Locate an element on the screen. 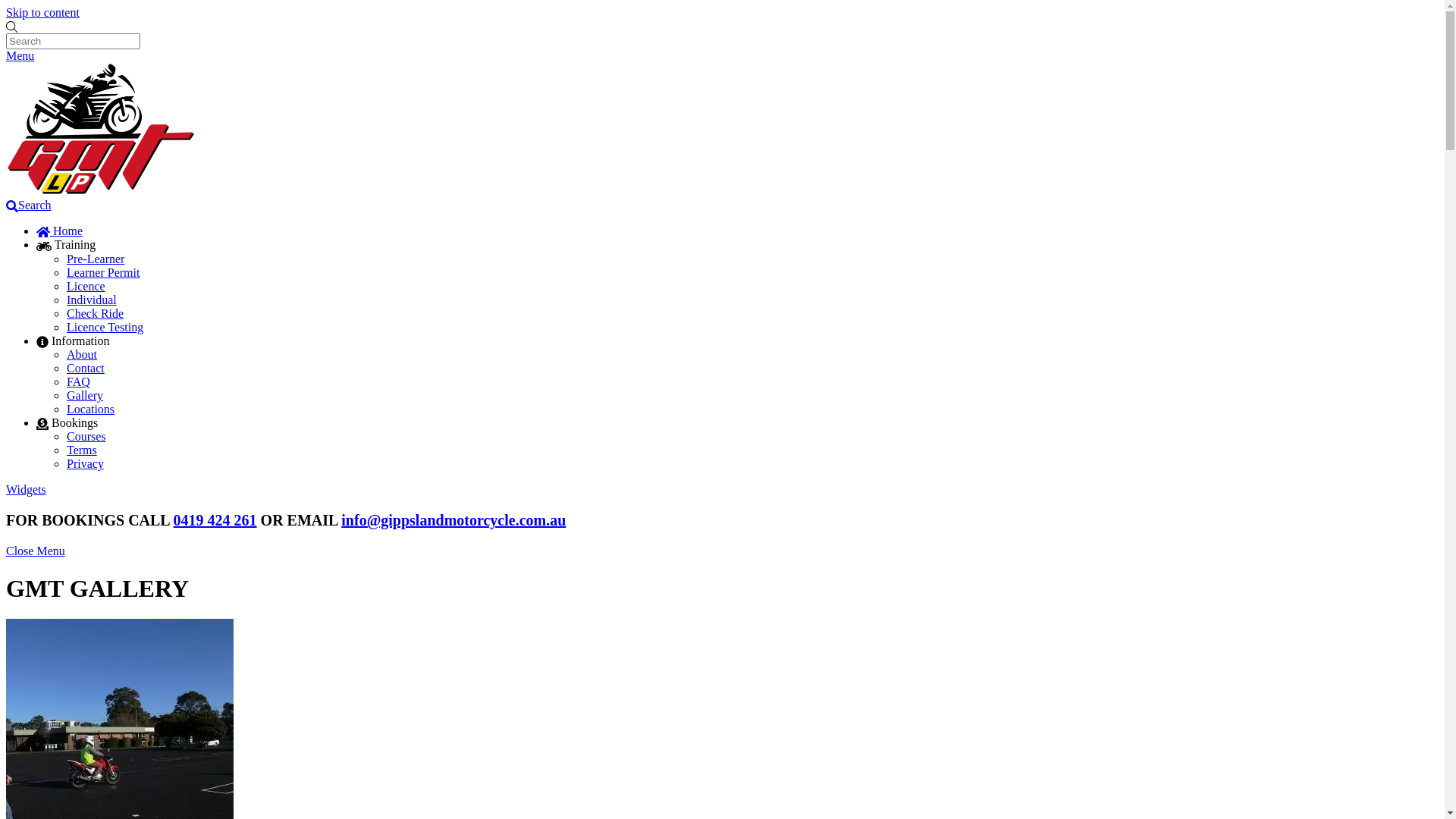 This screenshot has width=1456, height=819. 'Menu' is located at coordinates (20, 55).